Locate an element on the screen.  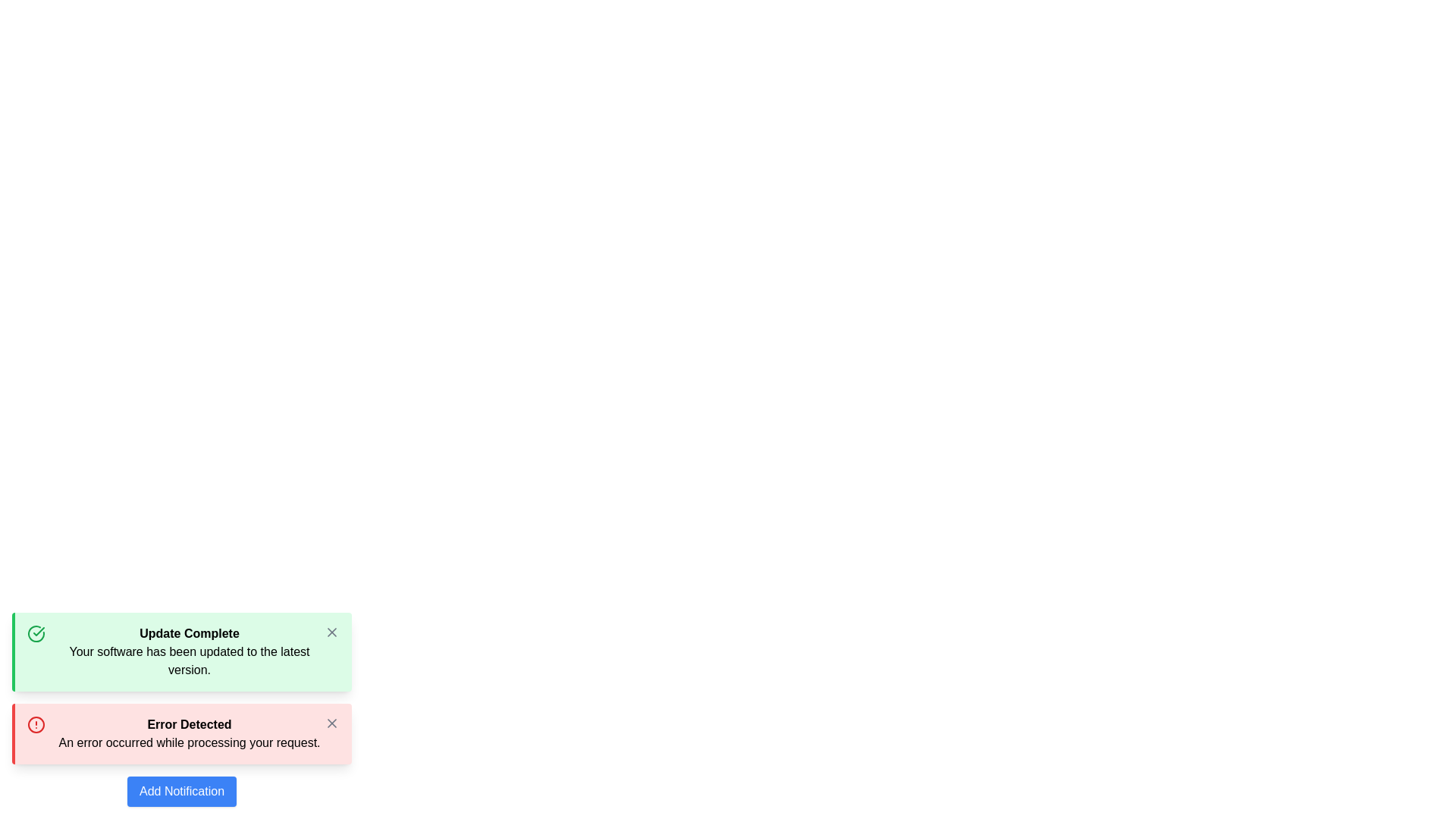
error notification title displayed in the Text Label located at the top of the notification panel with a light red background is located at coordinates (188, 724).